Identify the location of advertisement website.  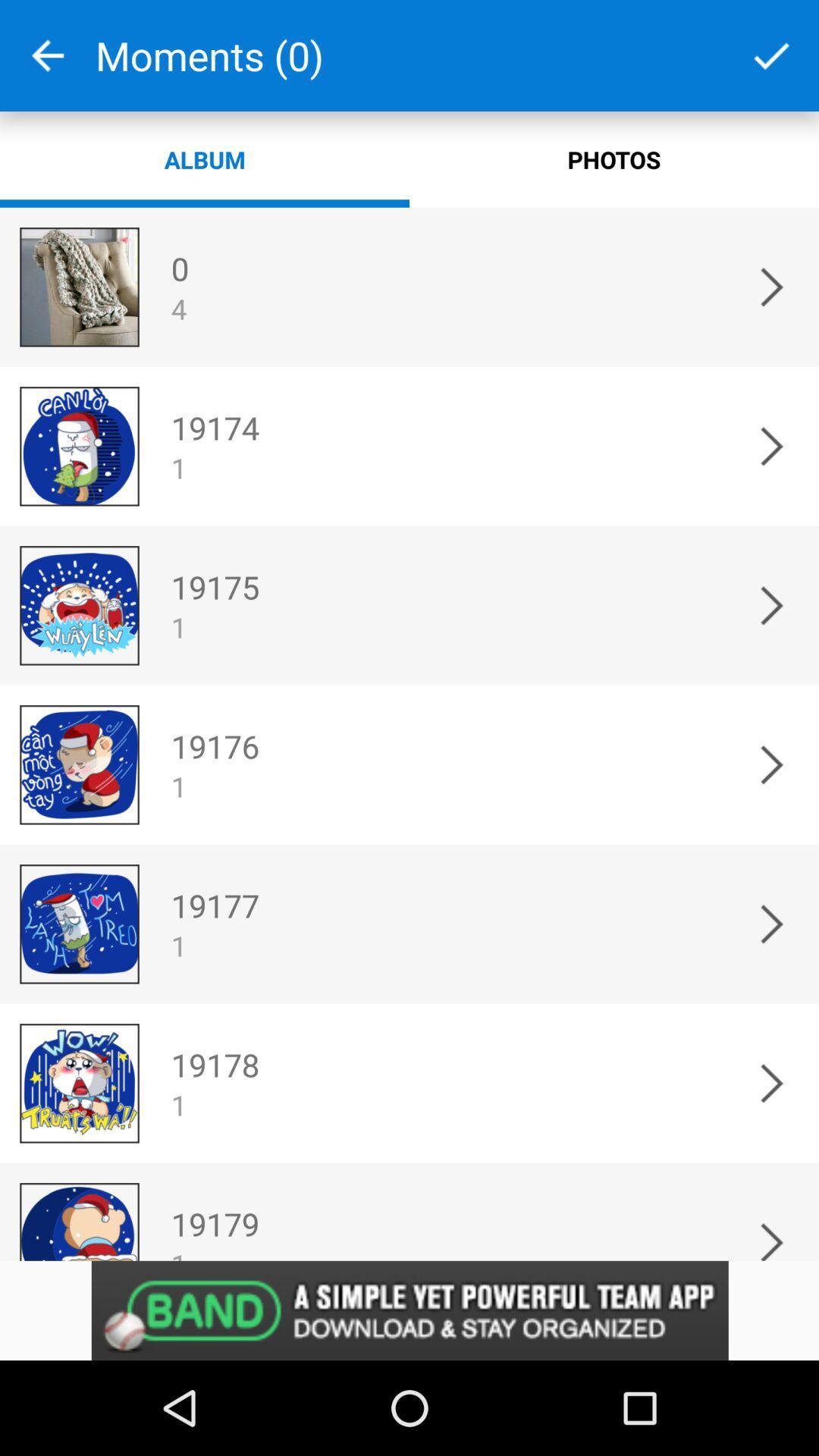
(409, 1310).